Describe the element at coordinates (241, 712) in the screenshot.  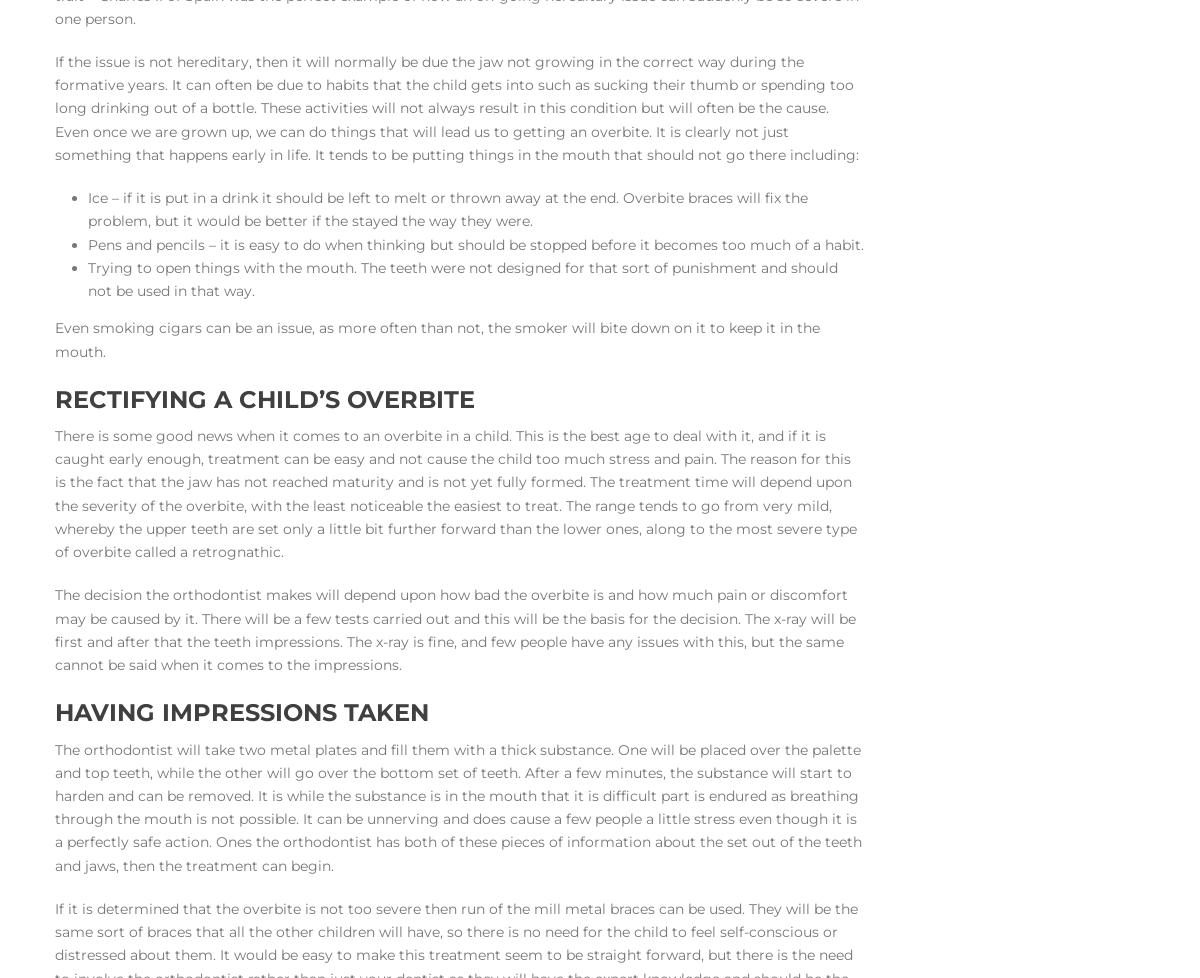
I see `'Having impressions taken'` at that location.